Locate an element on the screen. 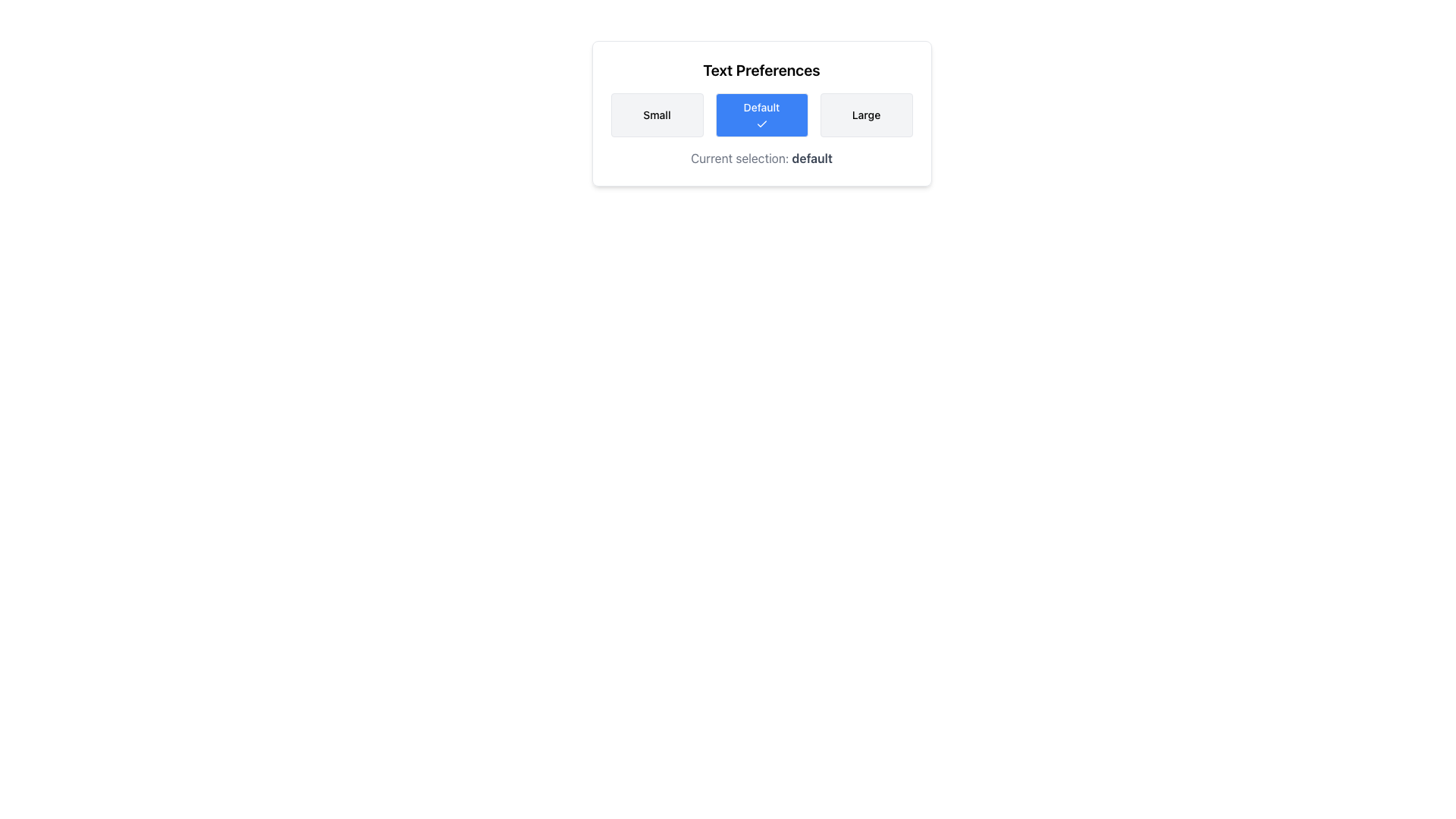  the 'Small' text label within the light gray rounded rectangular button, which is part of the 'Text Preferences' section is located at coordinates (657, 114).